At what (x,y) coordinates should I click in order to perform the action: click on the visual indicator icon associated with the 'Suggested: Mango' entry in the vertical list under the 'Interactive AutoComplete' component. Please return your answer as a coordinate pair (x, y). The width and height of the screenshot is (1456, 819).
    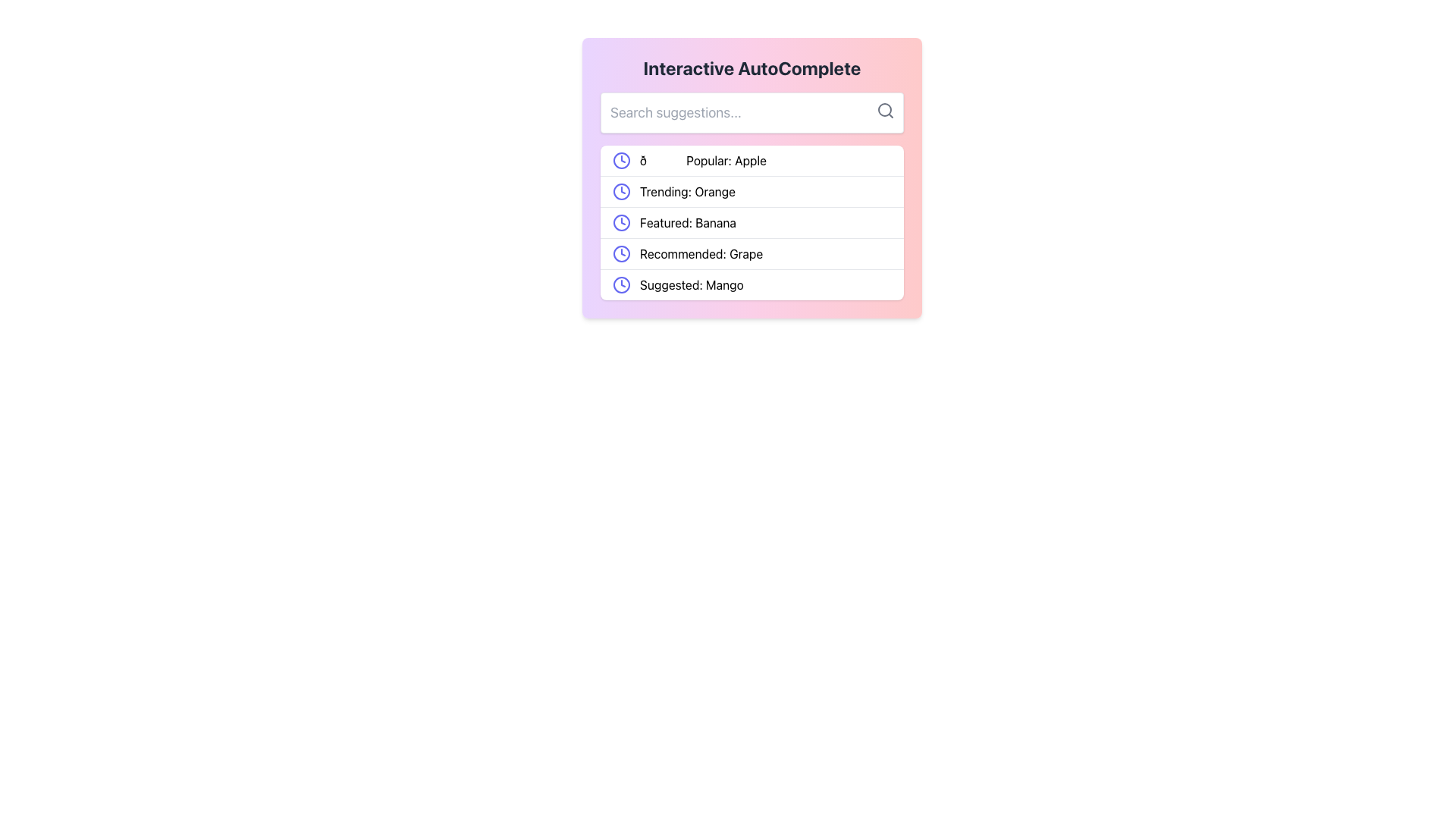
    Looking at the image, I should click on (622, 284).